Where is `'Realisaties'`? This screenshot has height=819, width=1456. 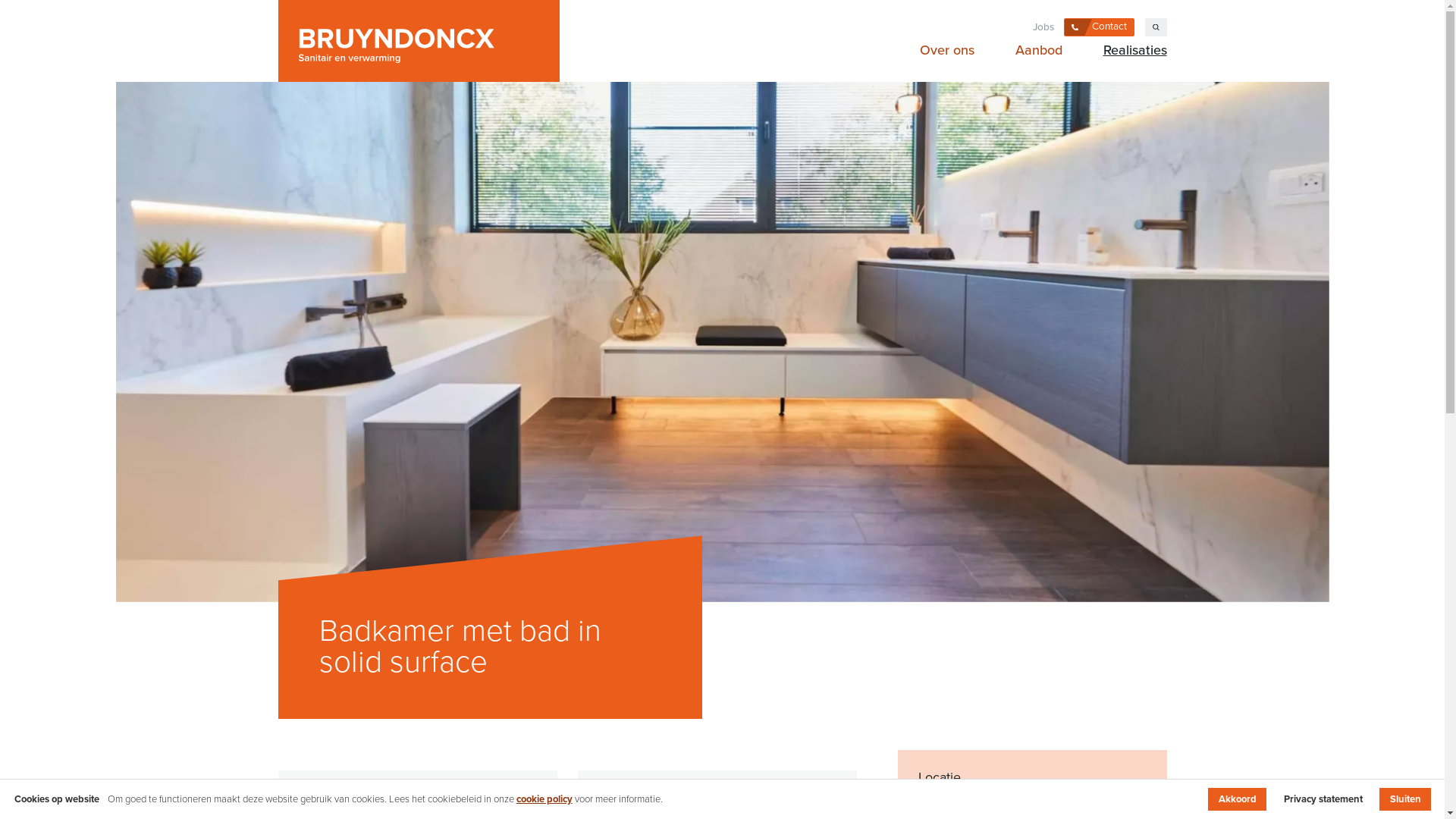 'Realisaties' is located at coordinates (1129, 49).